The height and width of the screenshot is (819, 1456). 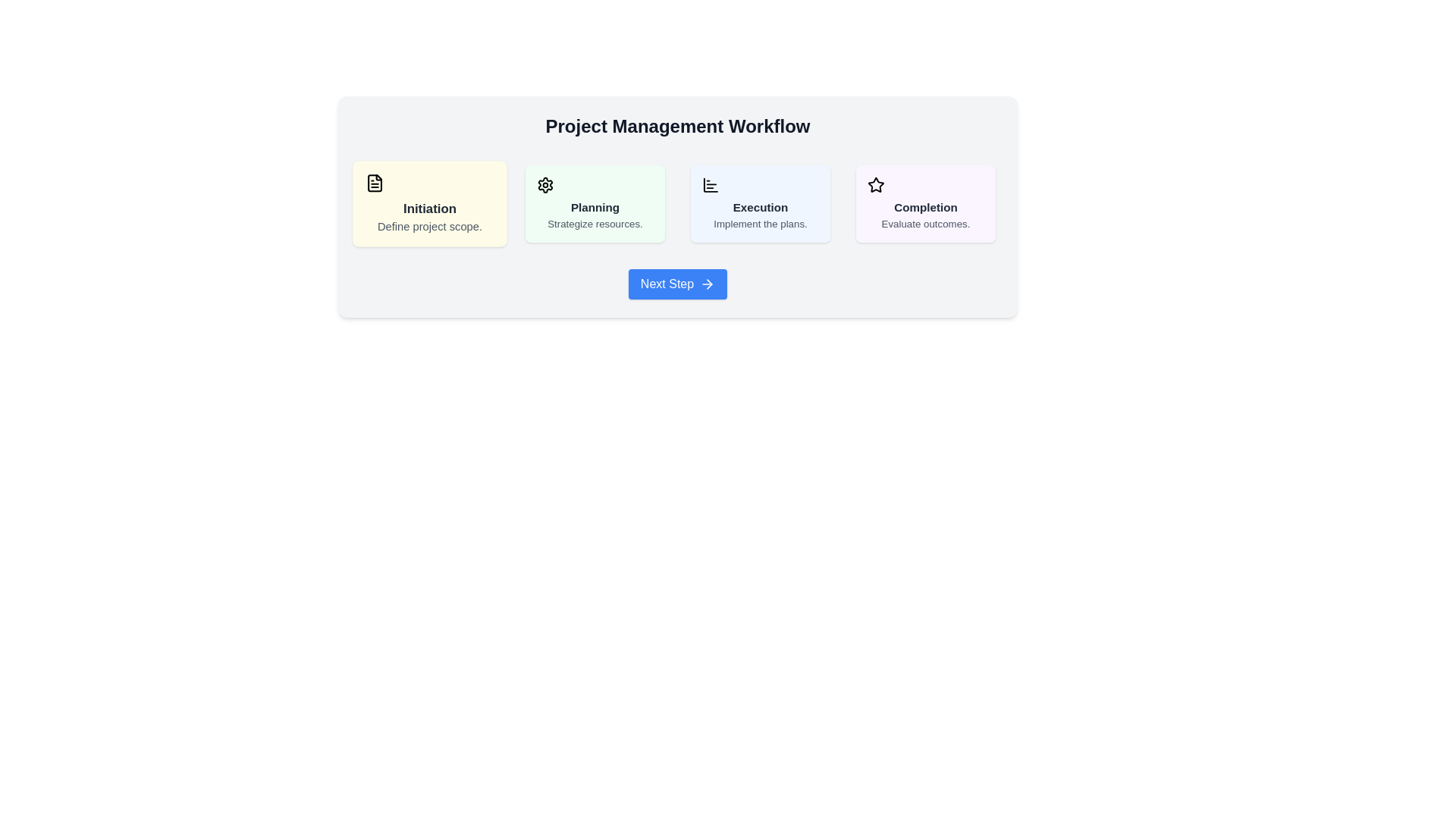 What do you see at coordinates (761, 207) in the screenshot?
I see `the static text element functioning as a label or header, which indicates the phase or task labeled 'Execution' within the project management workflow card` at bounding box center [761, 207].